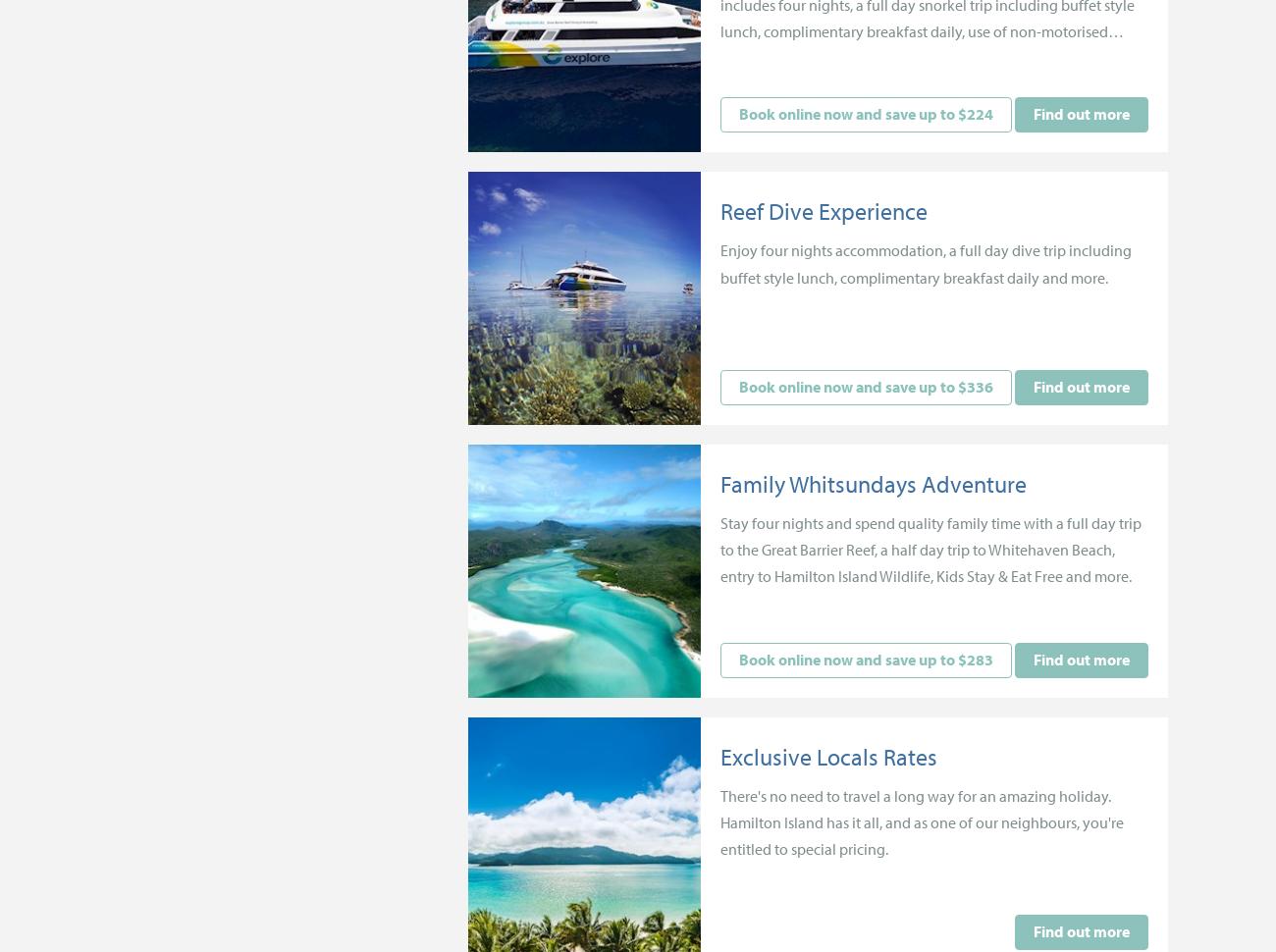 This screenshot has height=952, width=1276. What do you see at coordinates (719, 483) in the screenshot?
I see `'Family Whitsundays Adventure'` at bounding box center [719, 483].